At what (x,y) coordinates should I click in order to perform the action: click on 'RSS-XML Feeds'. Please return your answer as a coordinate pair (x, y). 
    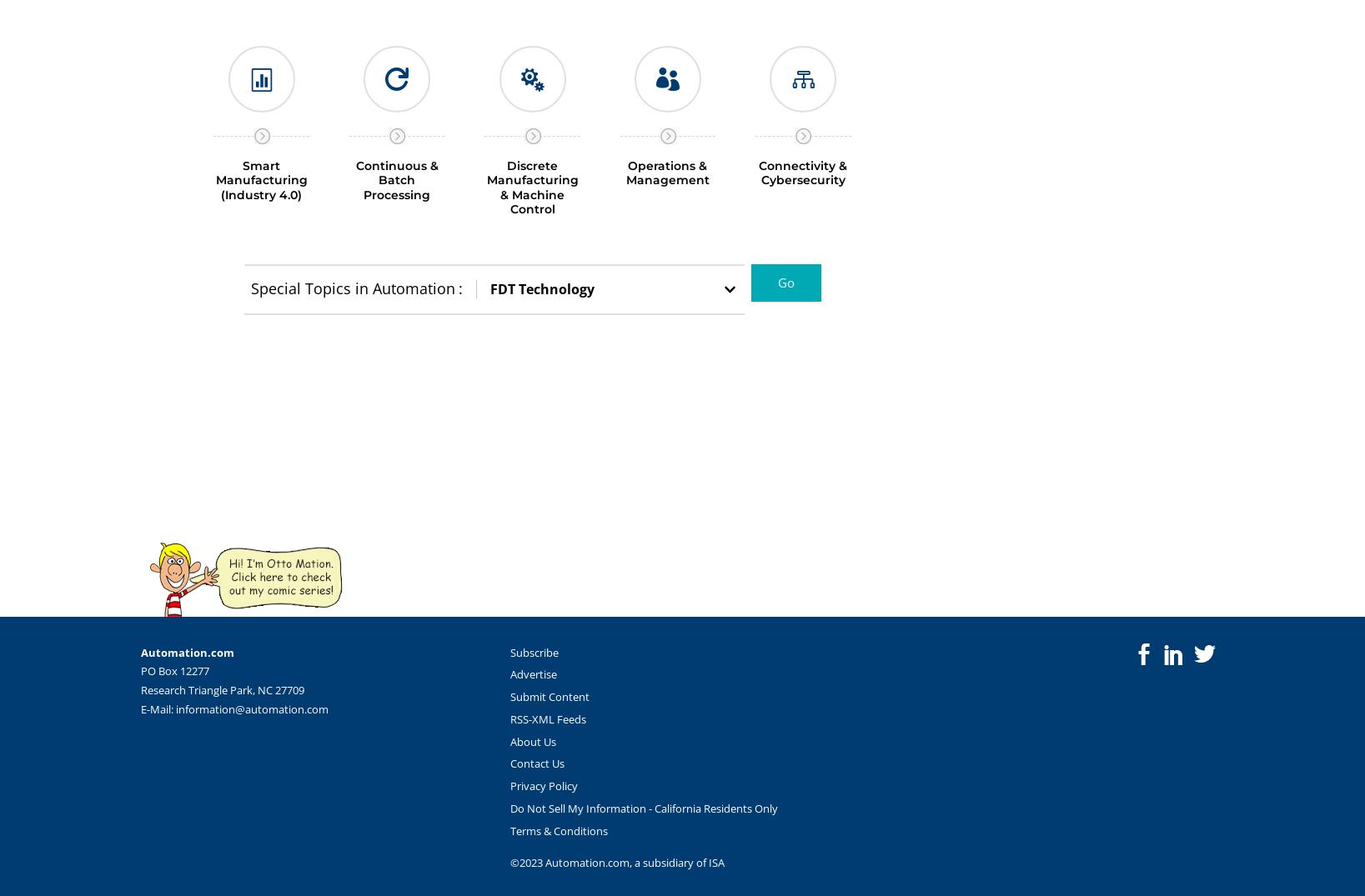
    Looking at the image, I should click on (546, 718).